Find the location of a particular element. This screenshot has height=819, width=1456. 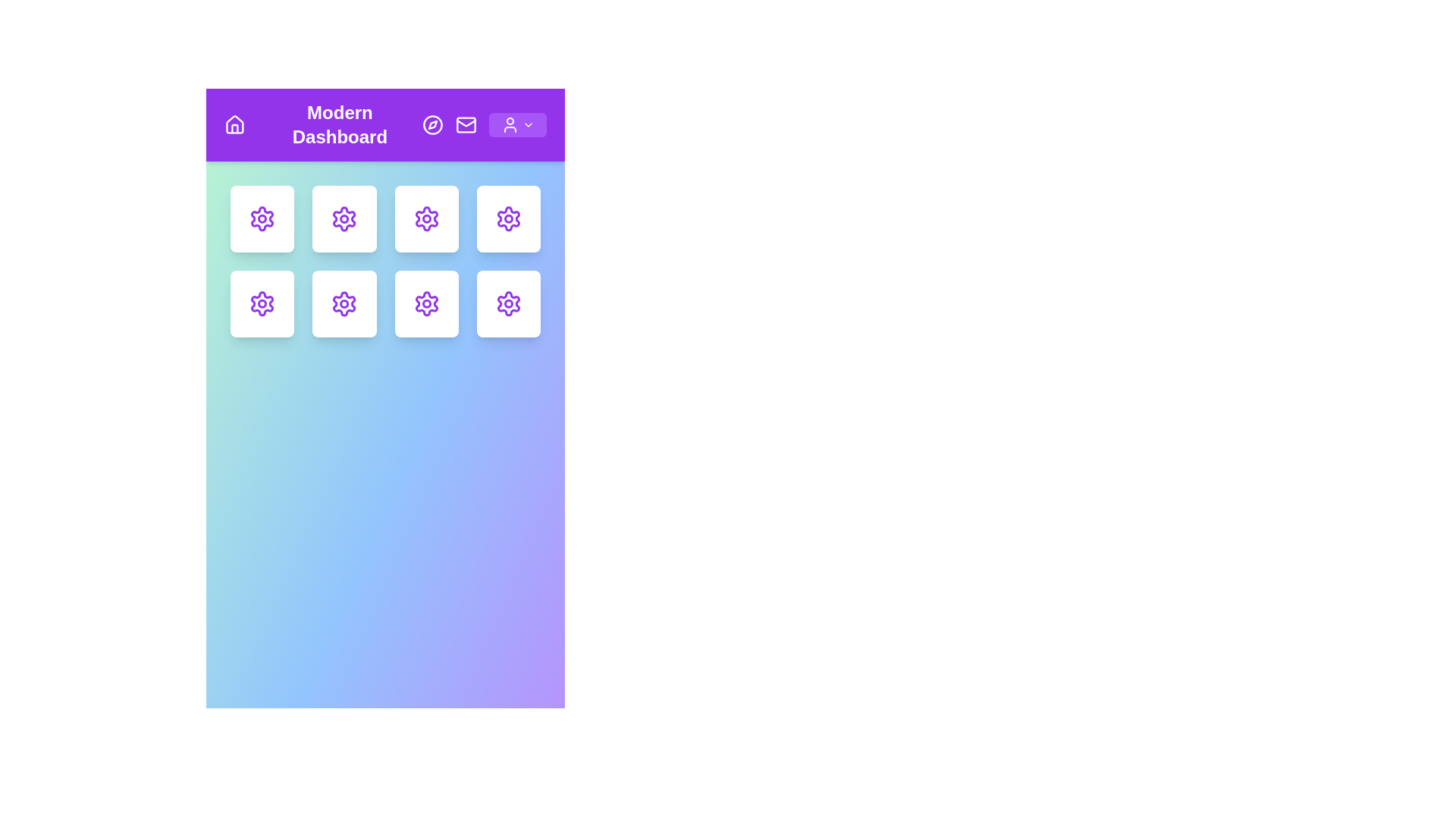

the Home navigation icon is located at coordinates (233, 124).